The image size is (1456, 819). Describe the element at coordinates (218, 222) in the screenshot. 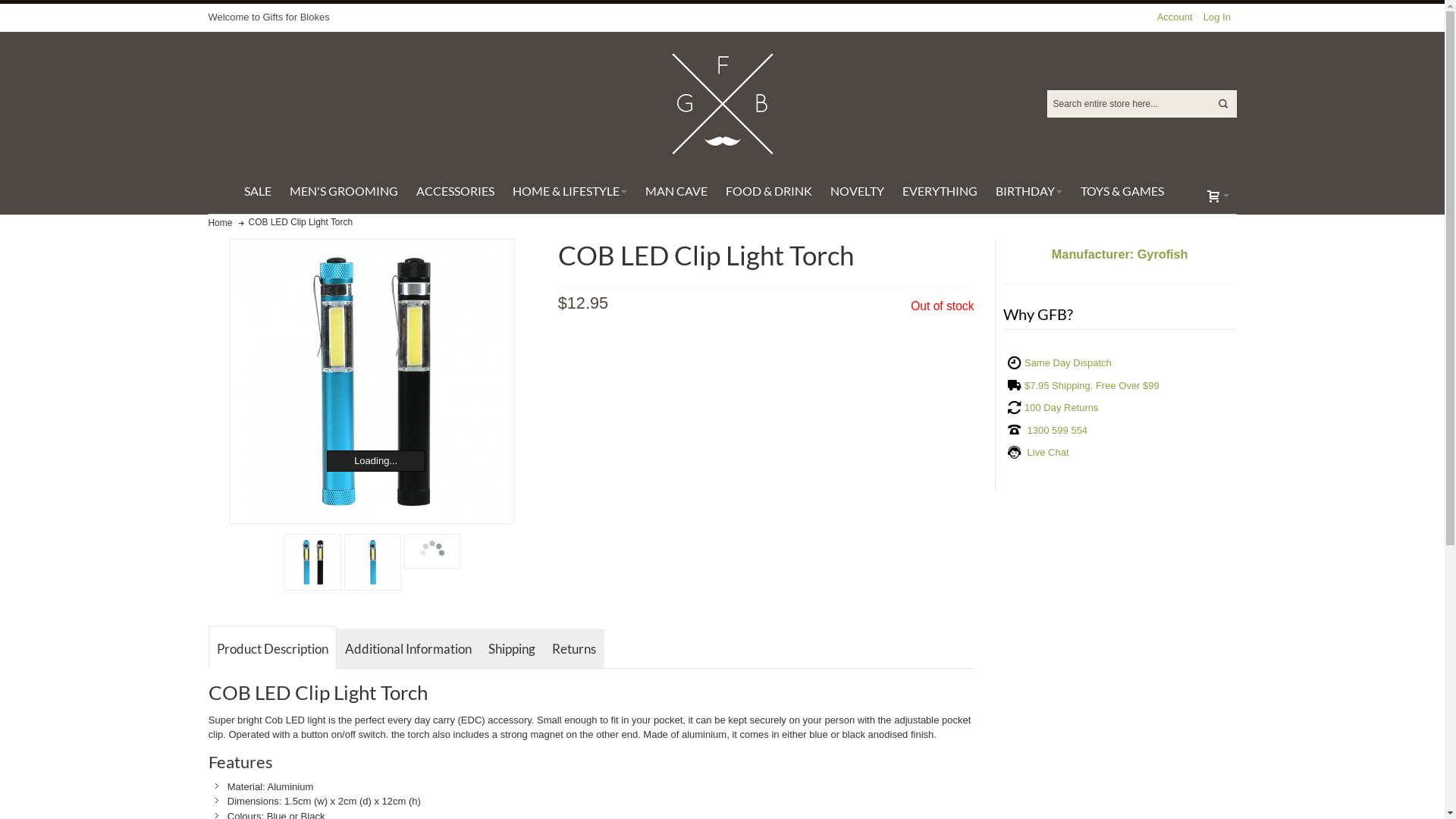

I see `'Home'` at that location.